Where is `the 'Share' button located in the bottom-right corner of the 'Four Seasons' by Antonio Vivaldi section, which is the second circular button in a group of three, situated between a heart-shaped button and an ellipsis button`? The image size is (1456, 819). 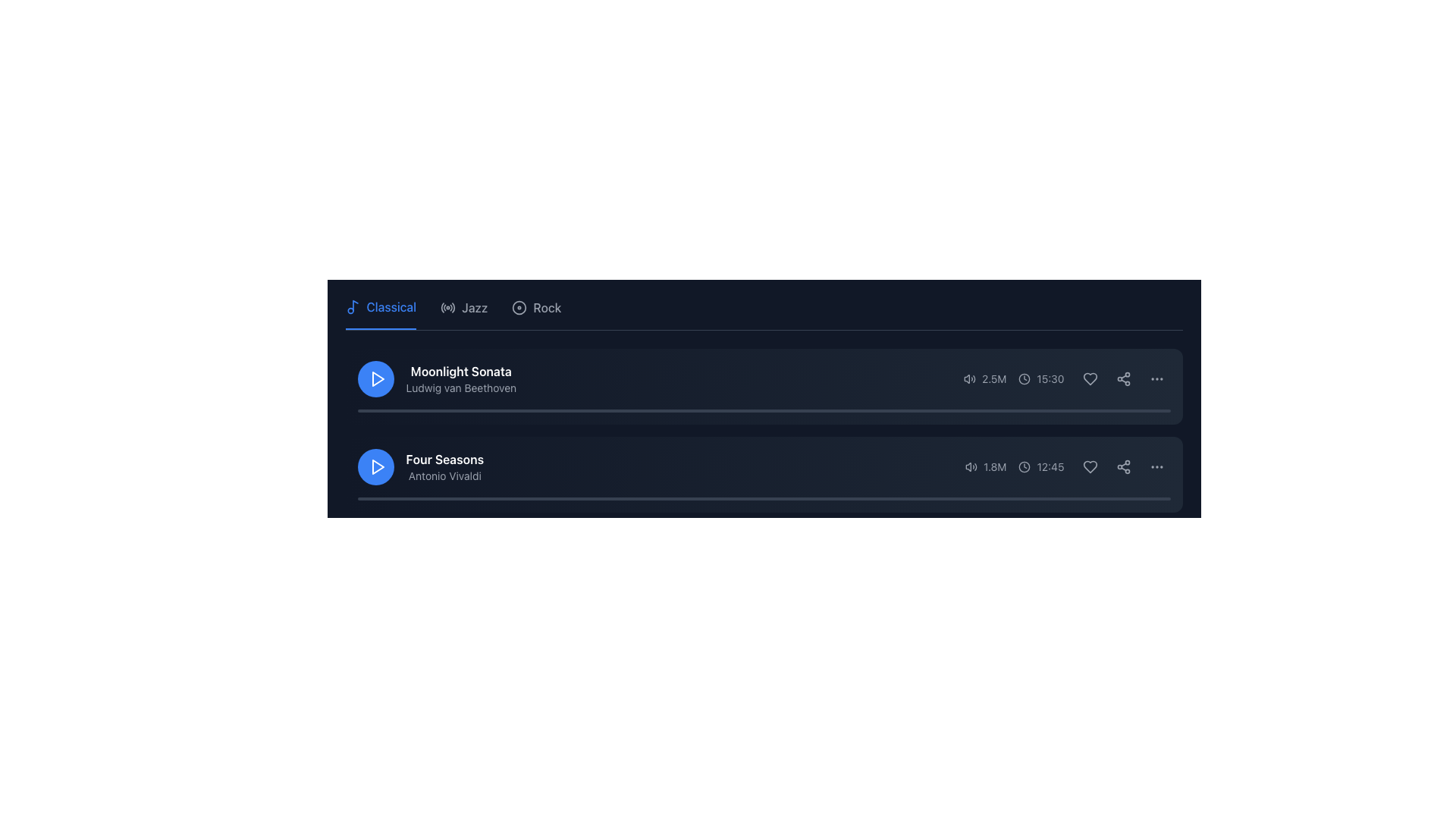
the 'Share' button located in the bottom-right corner of the 'Four Seasons' by Antonio Vivaldi section, which is the second circular button in a group of three, situated between a heart-shaped button and an ellipsis button is located at coordinates (1123, 466).